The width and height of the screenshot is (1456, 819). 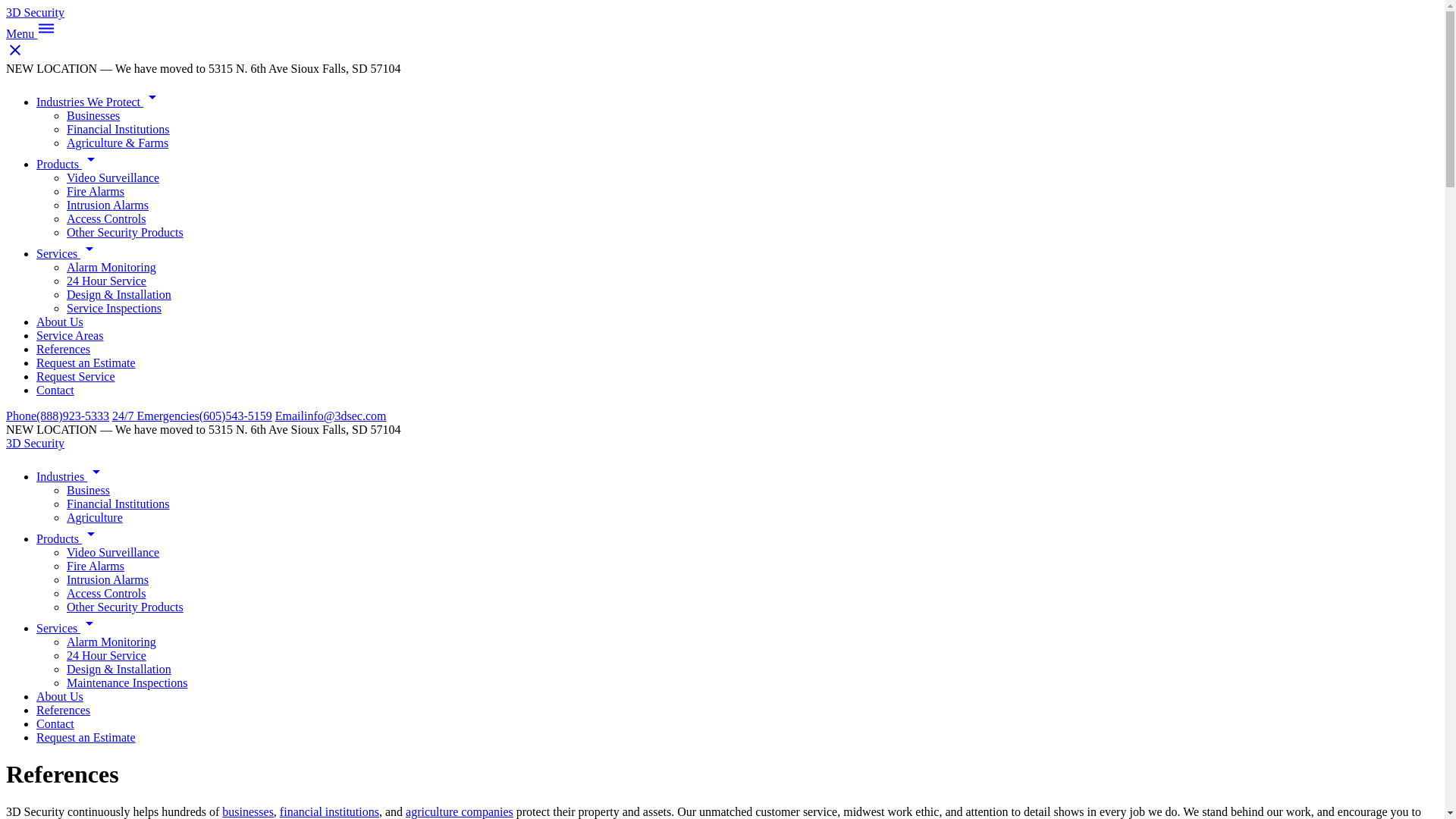 What do you see at coordinates (62, 349) in the screenshot?
I see `'References'` at bounding box center [62, 349].